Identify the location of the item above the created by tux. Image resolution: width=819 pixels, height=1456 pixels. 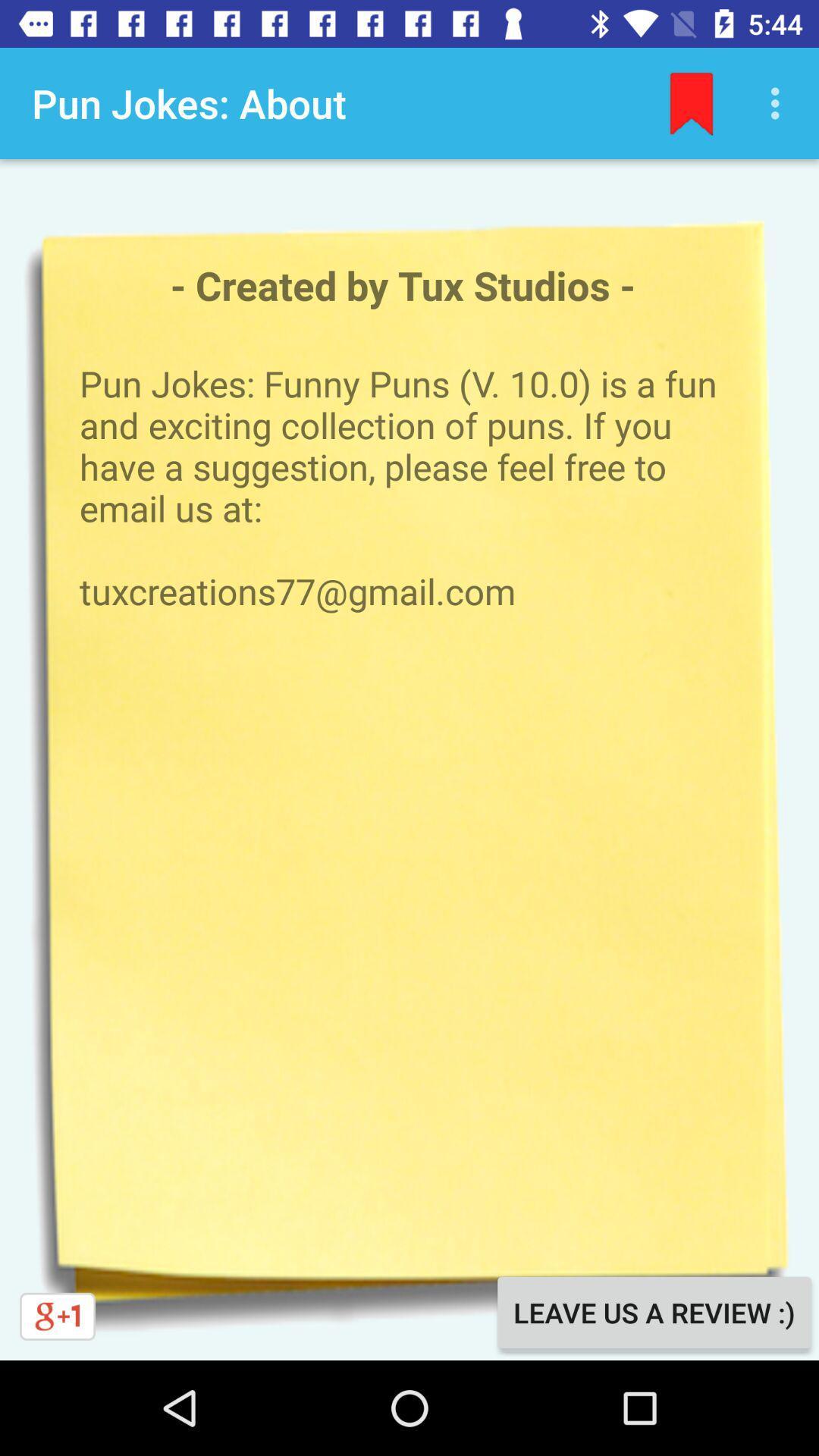
(691, 102).